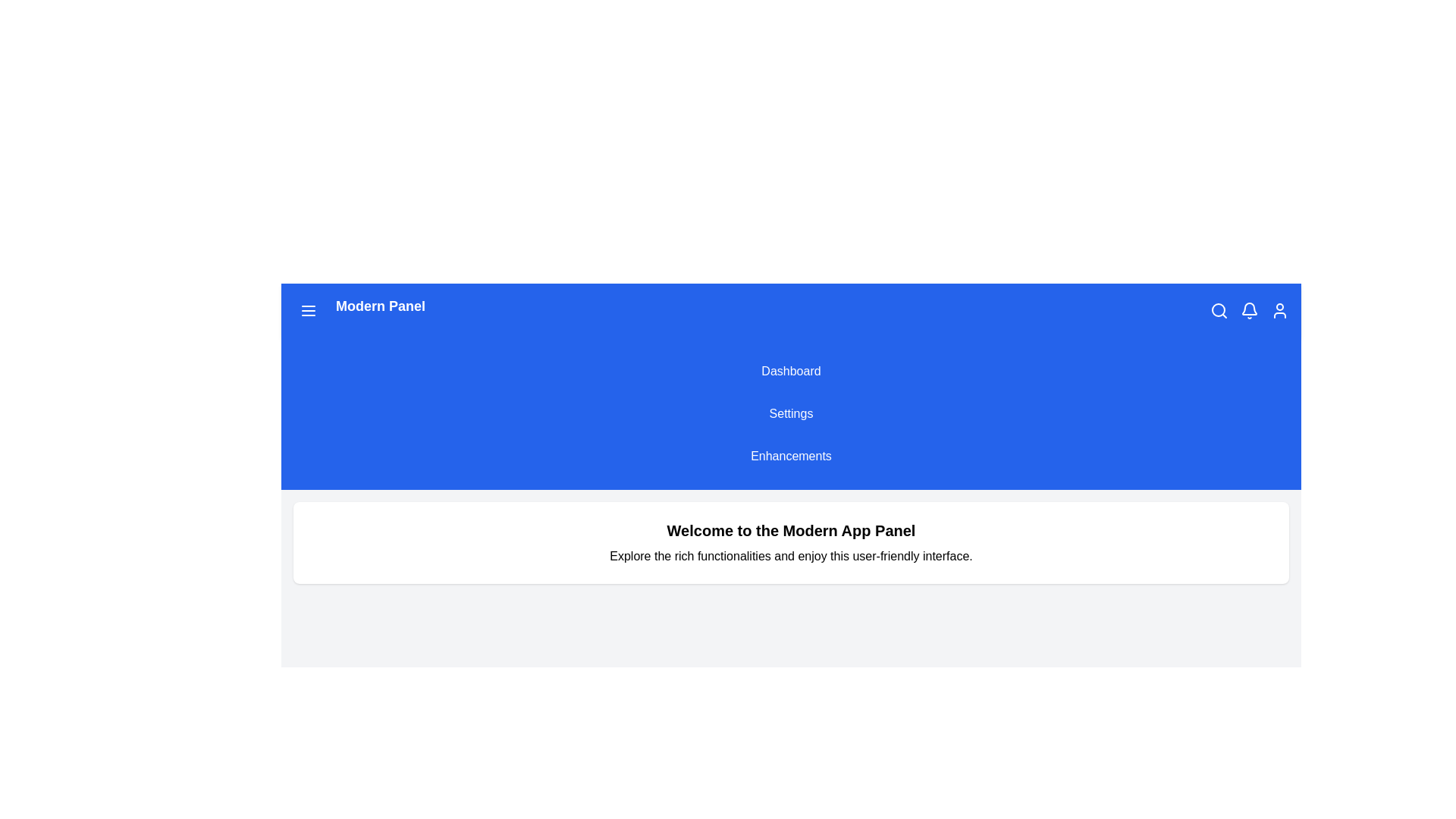 The image size is (1456, 819). I want to click on the bell icon to check notifications, so click(1249, 309).